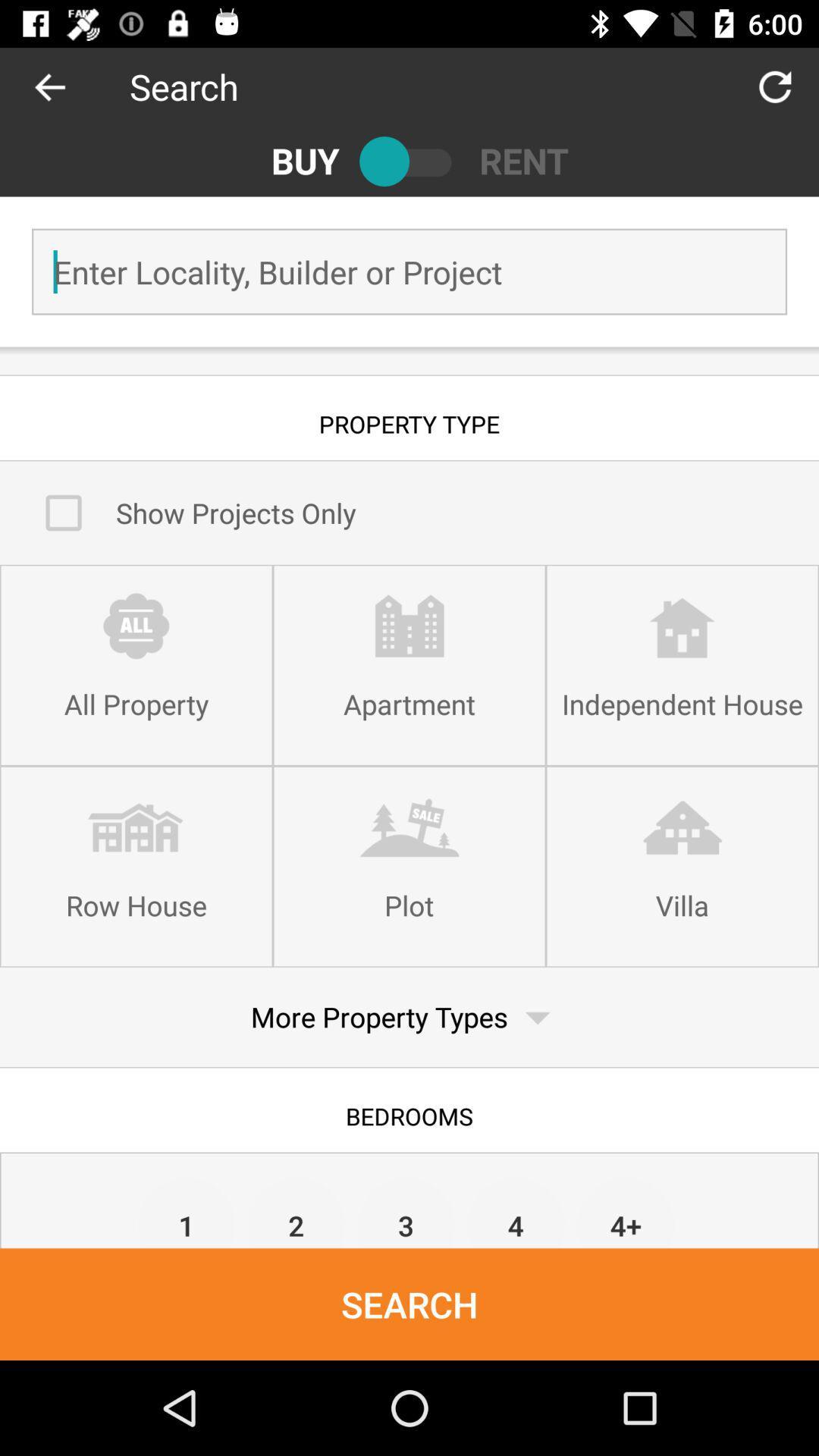 This screenshot has width=819, height=1456. I want to click on to reload the page, so click(775, 86).